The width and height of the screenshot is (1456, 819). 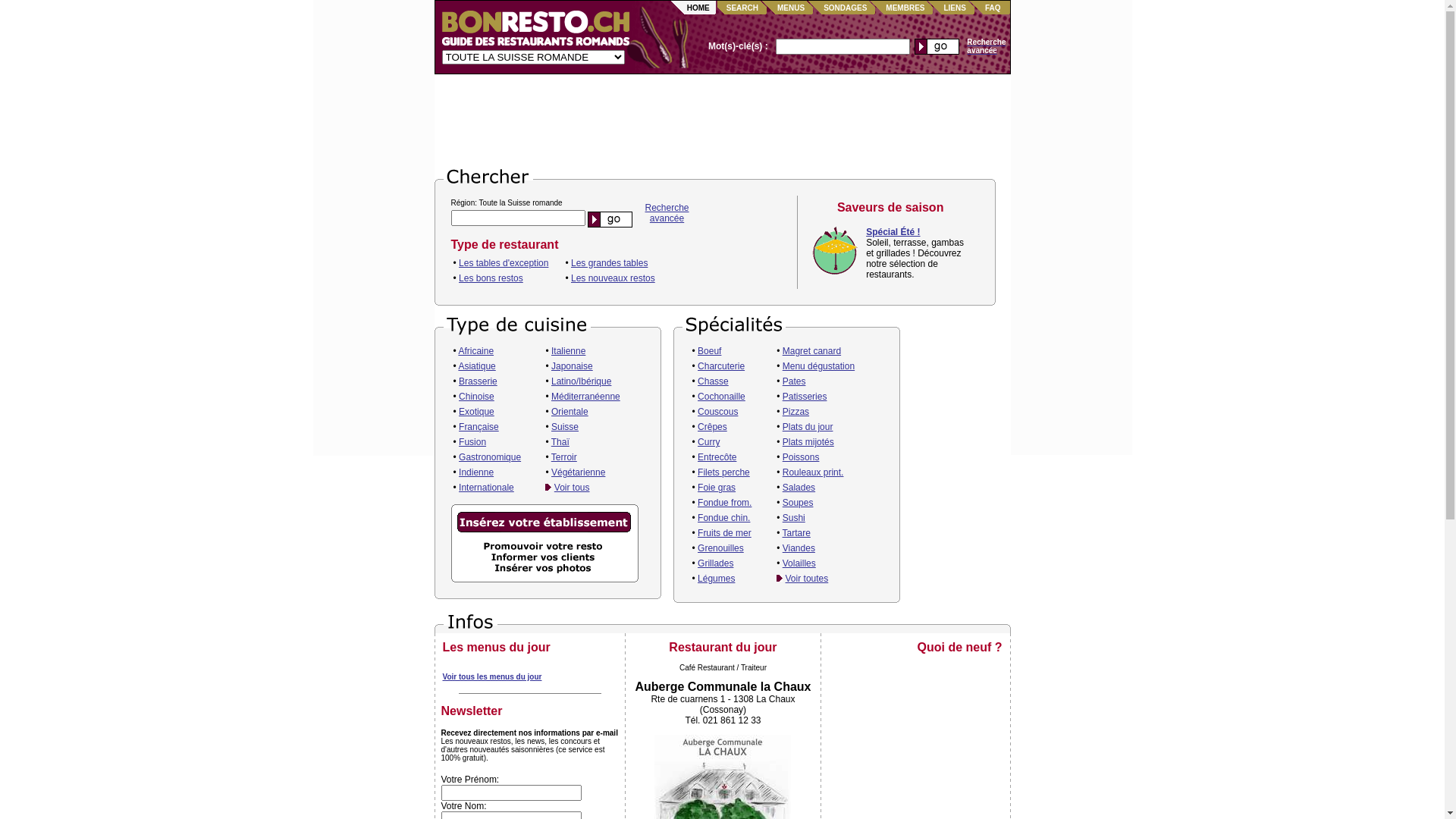 What do you see at coordinates (812, 472) in the screenshot?
I see `'Rouleaux print.'` at bounding box center [812, 472].